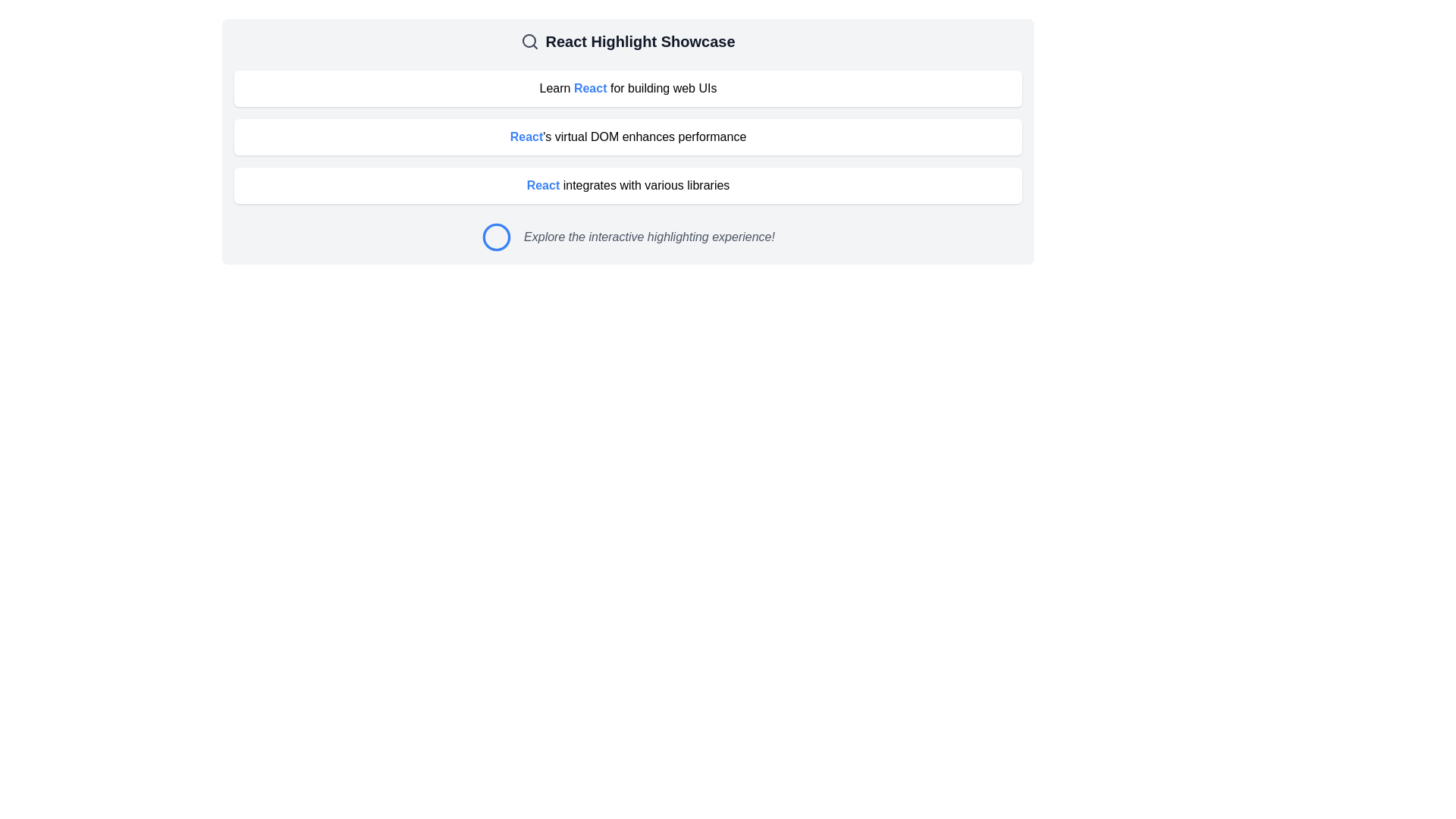 The height and width of the screenshot is (819, 1456). Describe the element at coordinates (543, 184) in the screenshot. I see `the hyperlink emphasizing the word 'React' located at the beginning of the string 'React integrates with various libraries' in the third row of the content block` at that location.